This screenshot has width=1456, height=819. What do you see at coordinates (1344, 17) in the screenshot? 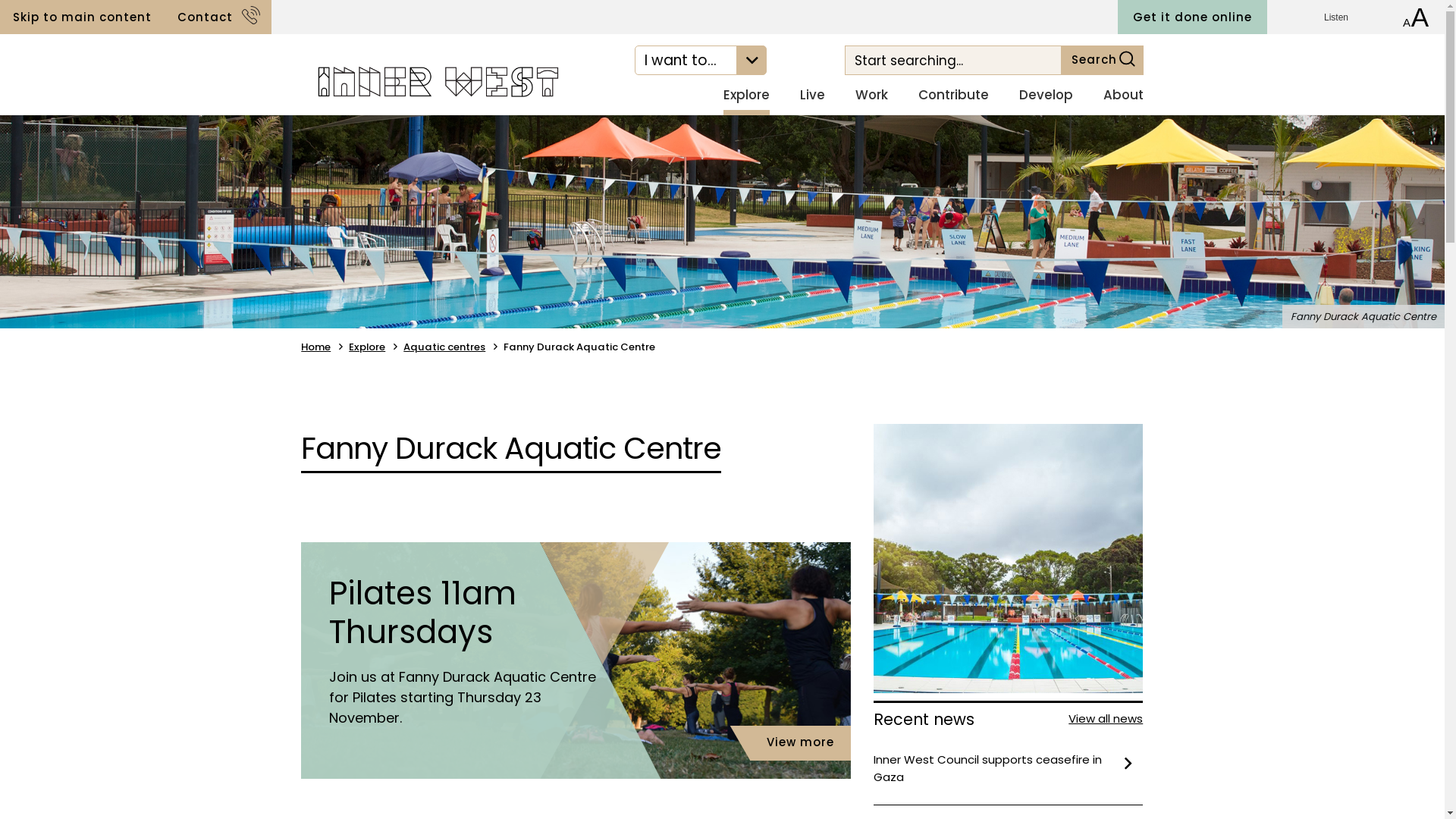
I see `'Listen'` at bounding box center [1344, 17].